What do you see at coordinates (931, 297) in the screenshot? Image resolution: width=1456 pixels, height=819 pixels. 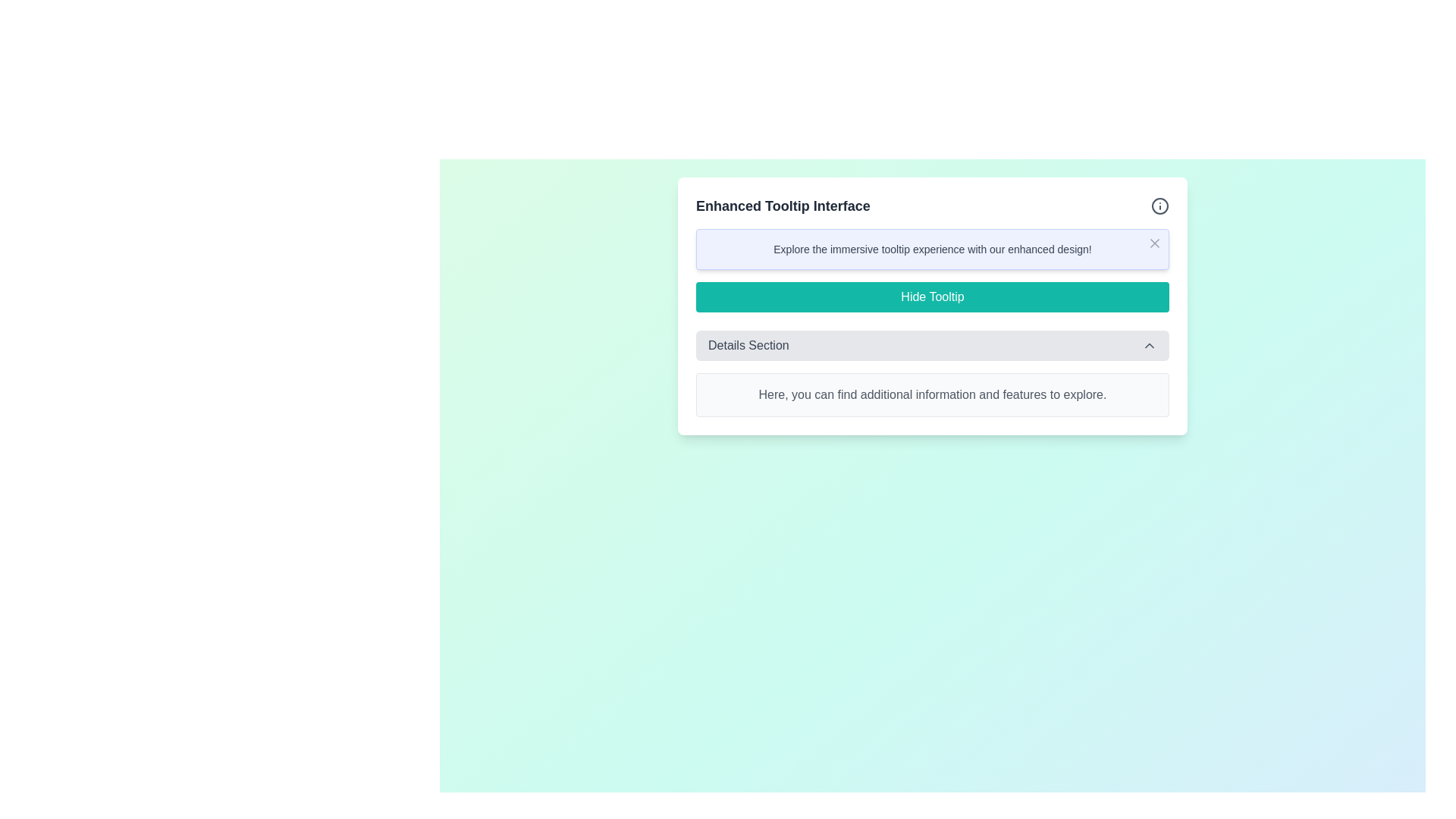 I see `the button that toggles the visibility of a tooltip, which is positioned below a description box and above an expandable details section` at bounding box center [931, 297].